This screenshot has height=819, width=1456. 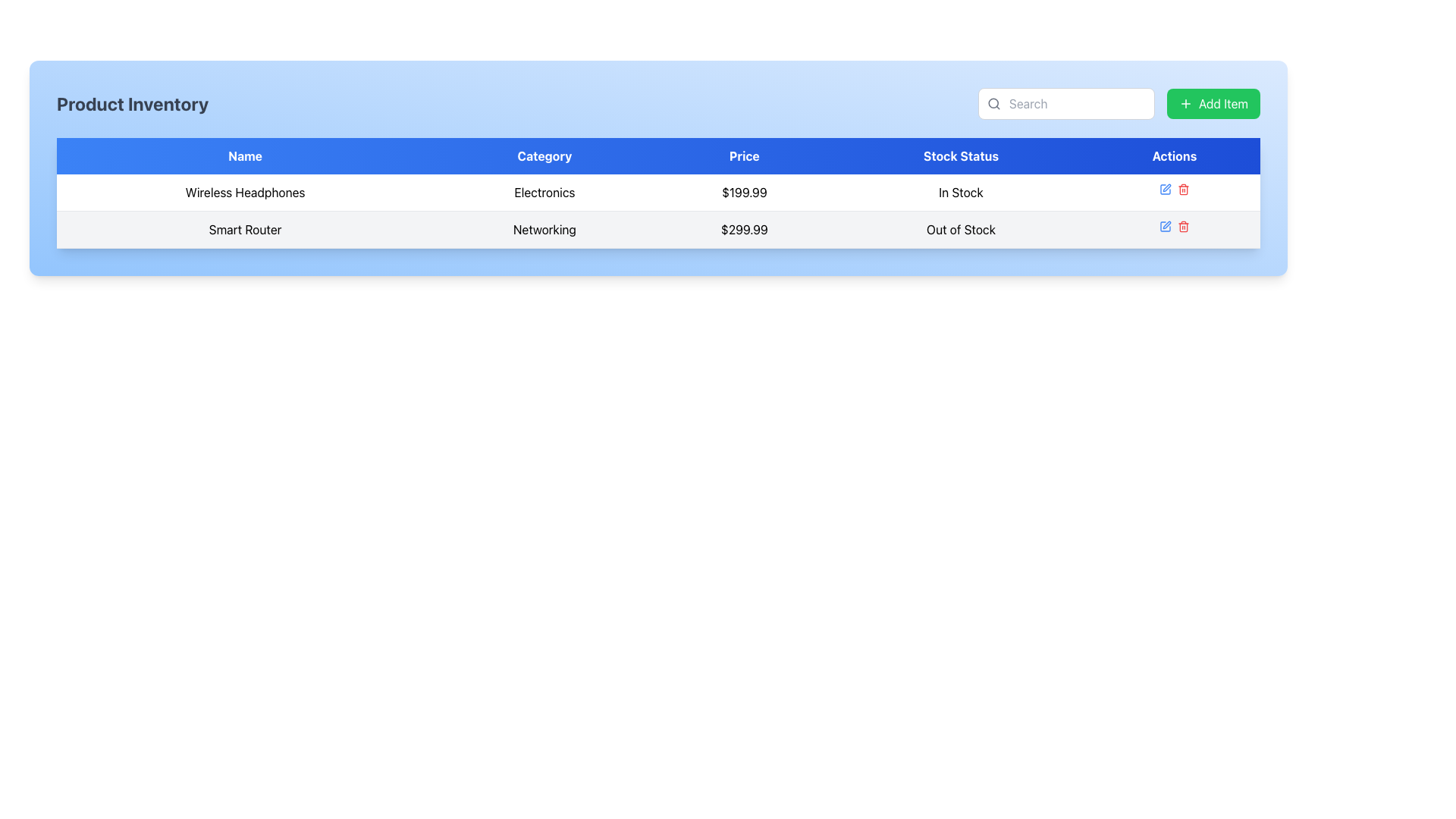 I want to click on the 'Add Item' button with a green background and white text located at the top-right corner of the interface, so click(x=1213, y=103).